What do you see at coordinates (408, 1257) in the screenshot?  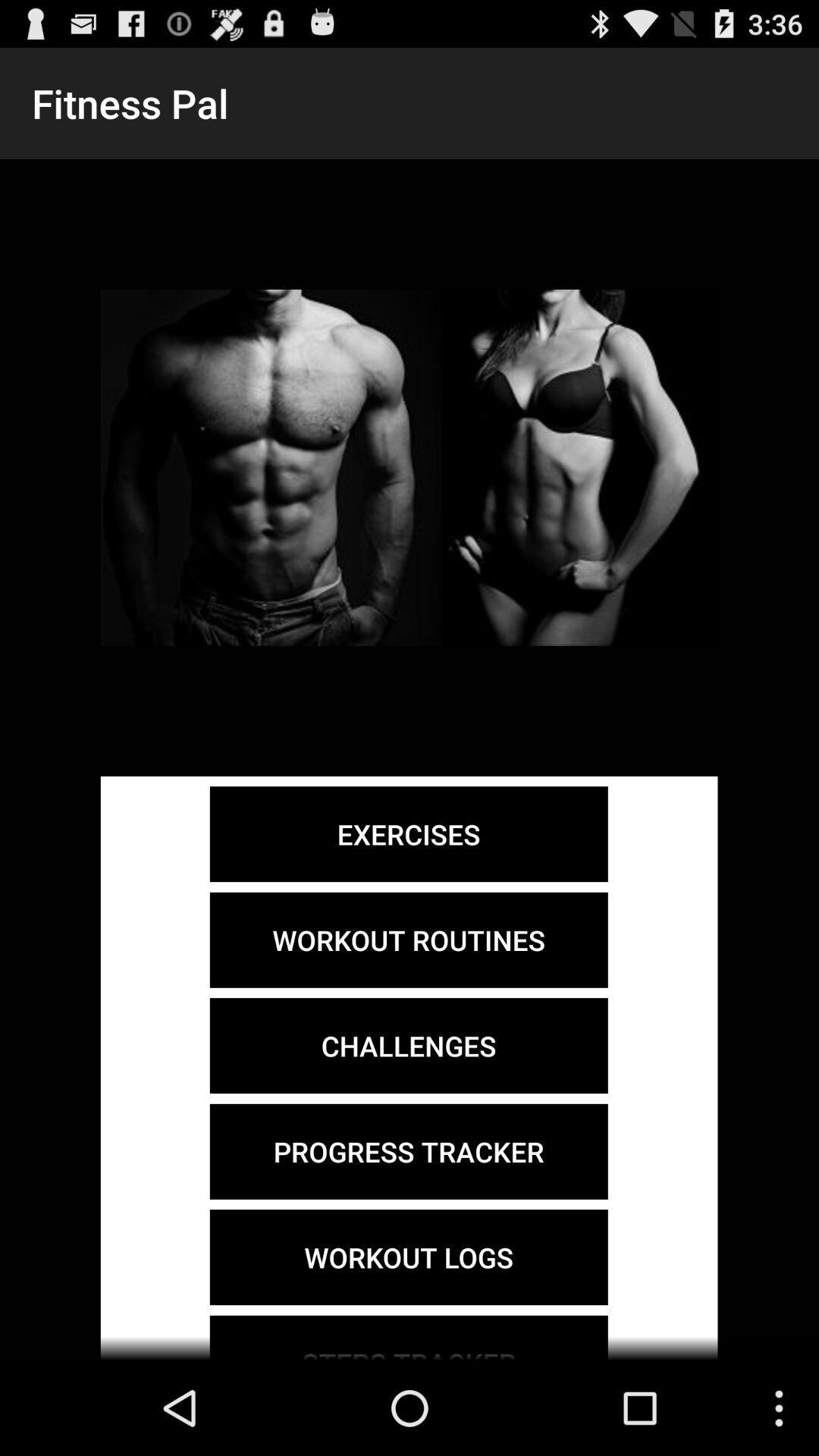 I see `the workout logs icon` at bounding box center [408, 1257].